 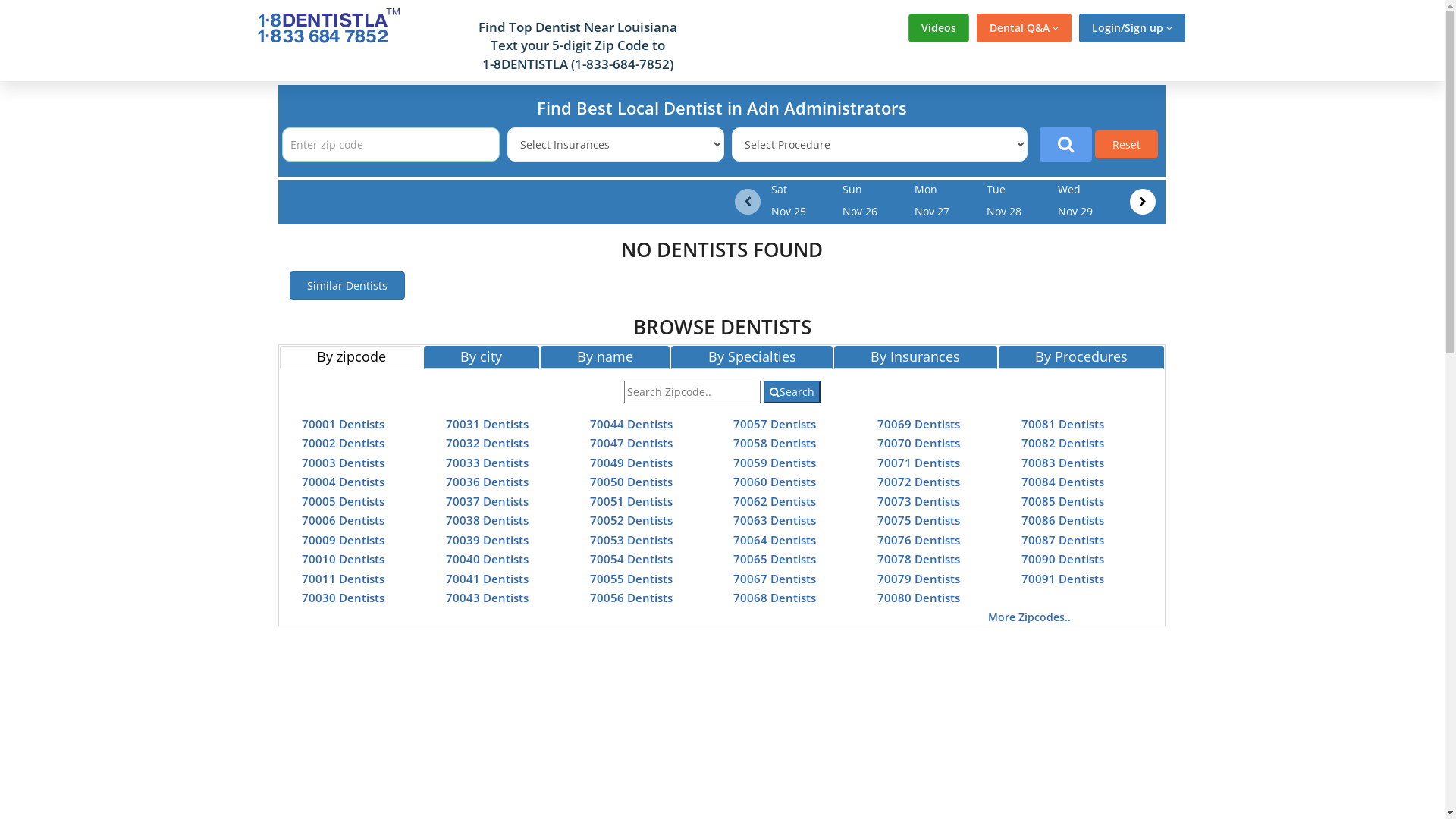 What do you see at coordinates (1062, 539) in the screenshot?
I see `'70087 Dentists'` at bounding box center [1062, 539].